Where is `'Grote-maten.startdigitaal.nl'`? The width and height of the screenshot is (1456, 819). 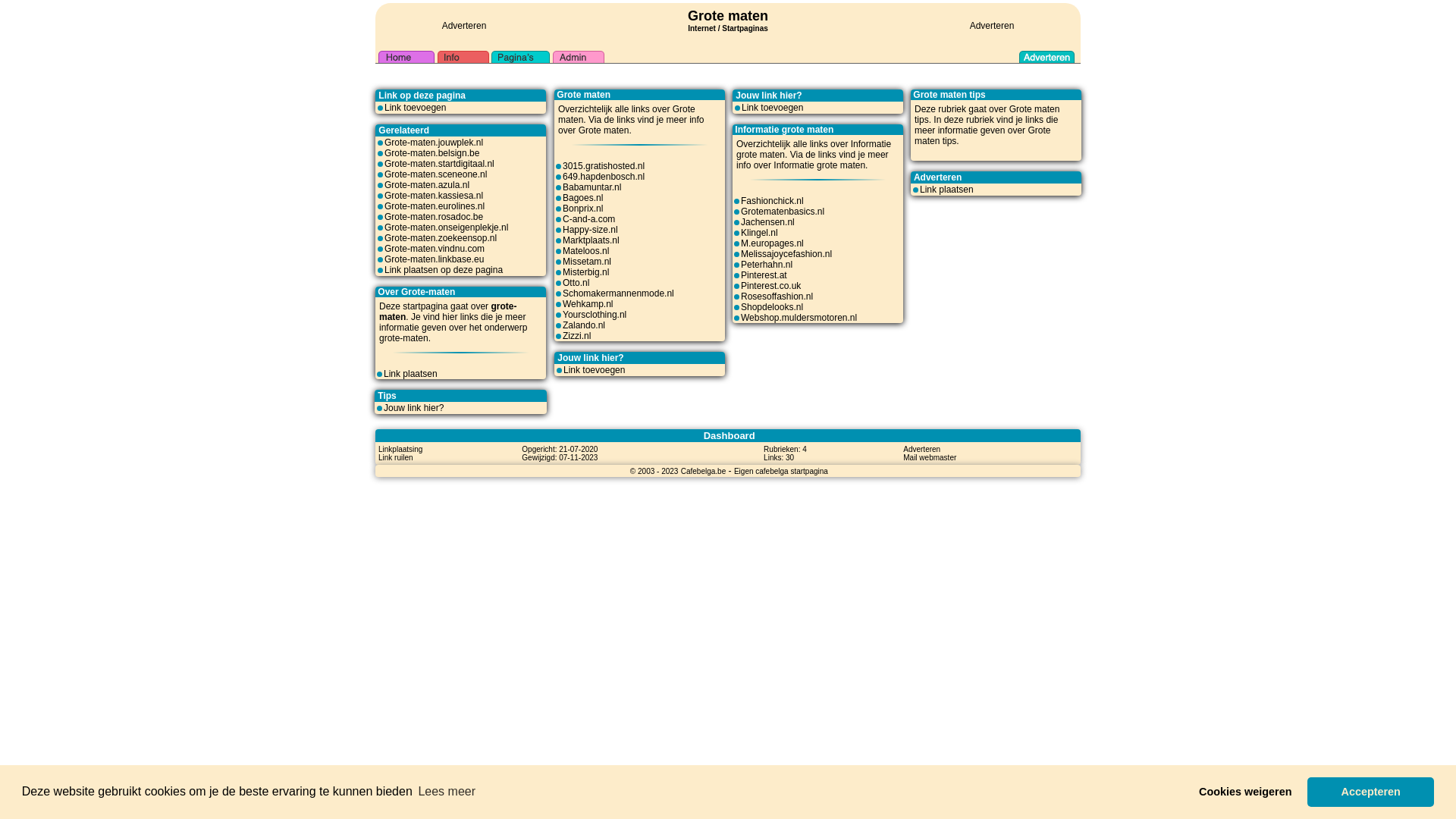 'Grote-maten.startdigitaal.nl' is located at coordinates (438, 164).